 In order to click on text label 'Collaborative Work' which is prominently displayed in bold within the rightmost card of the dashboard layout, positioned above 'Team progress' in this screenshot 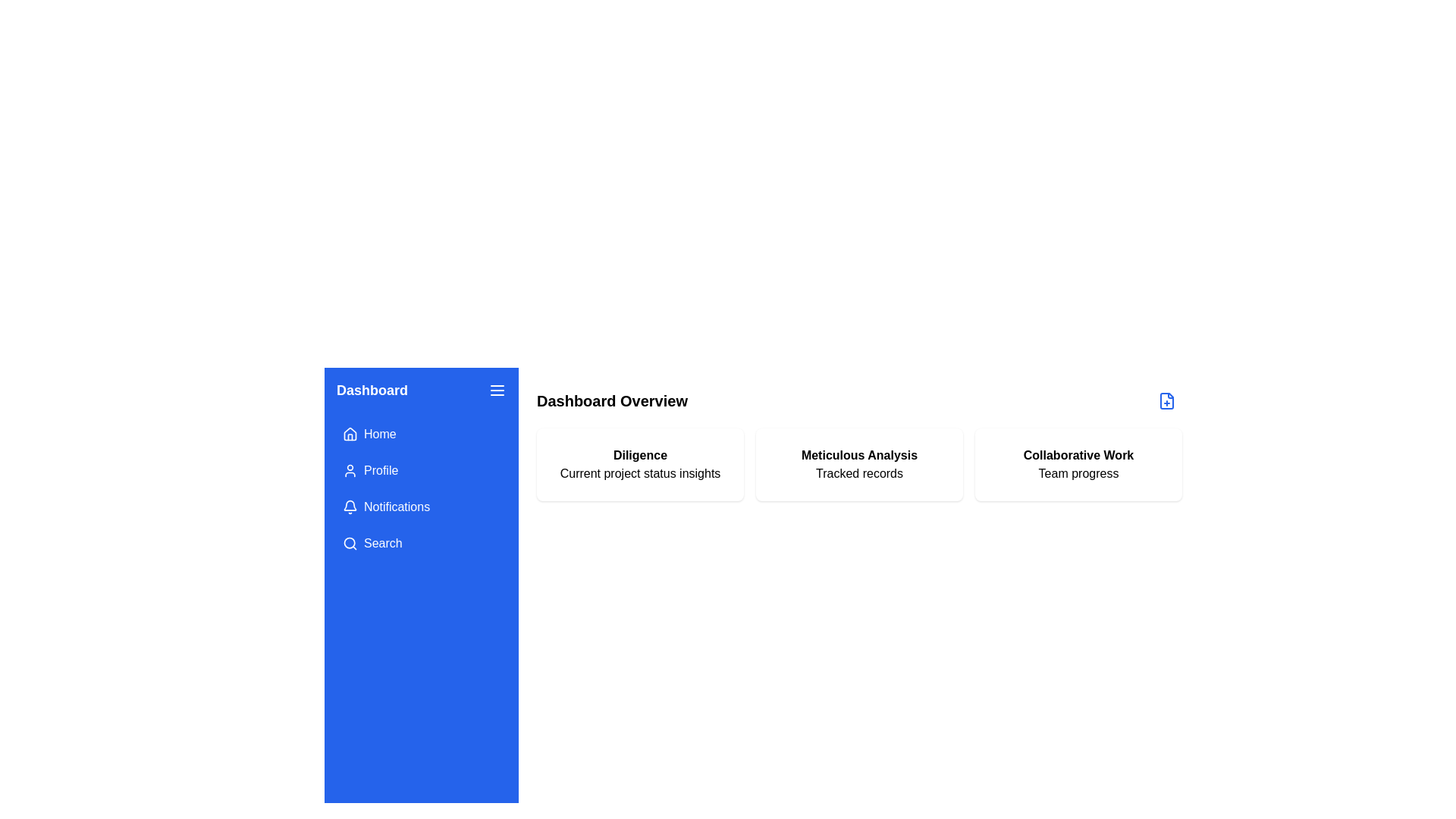, I will do `click(1078, 455)`.